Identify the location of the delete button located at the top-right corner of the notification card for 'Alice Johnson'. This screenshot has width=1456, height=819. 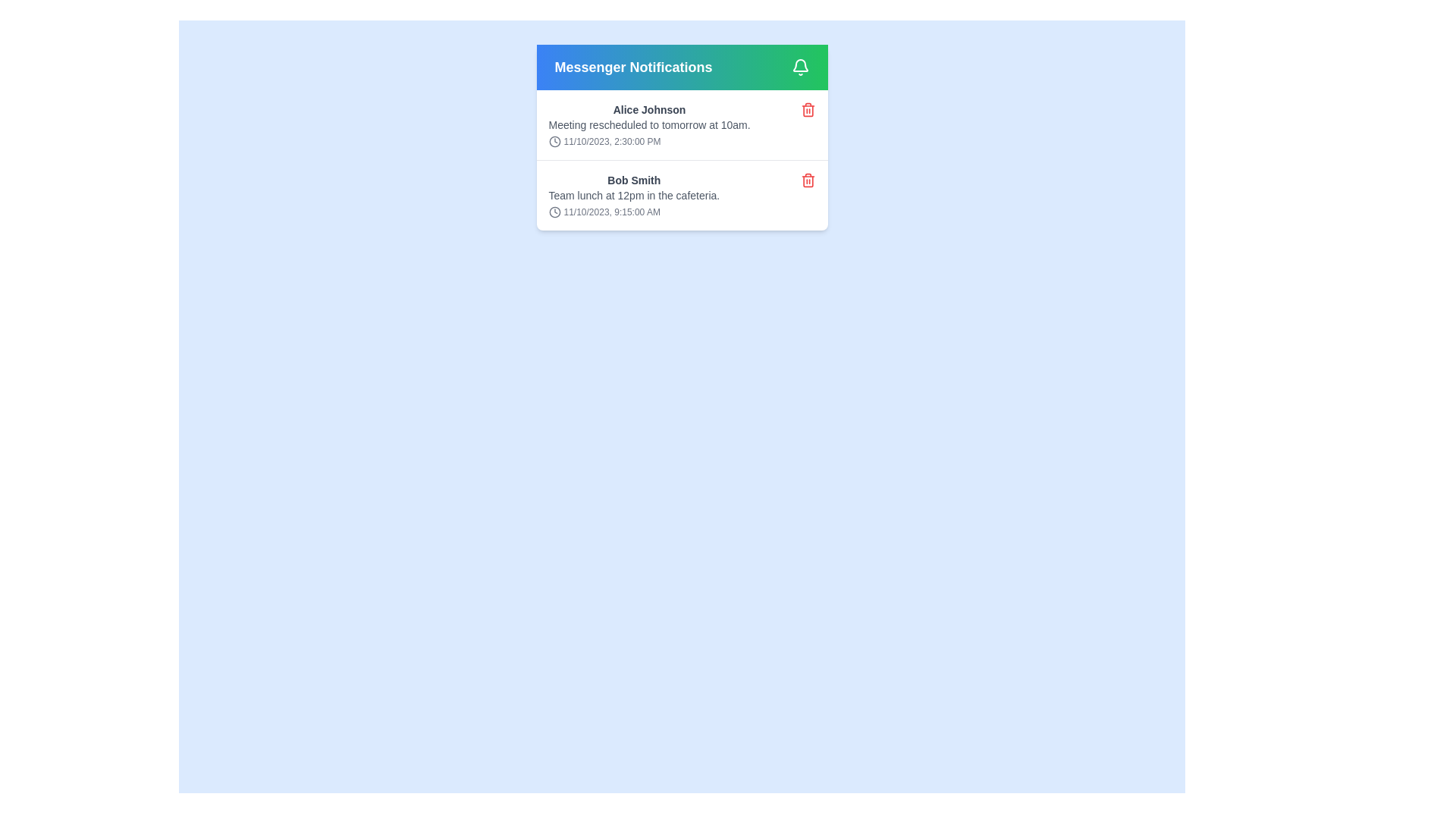
(807, 109).